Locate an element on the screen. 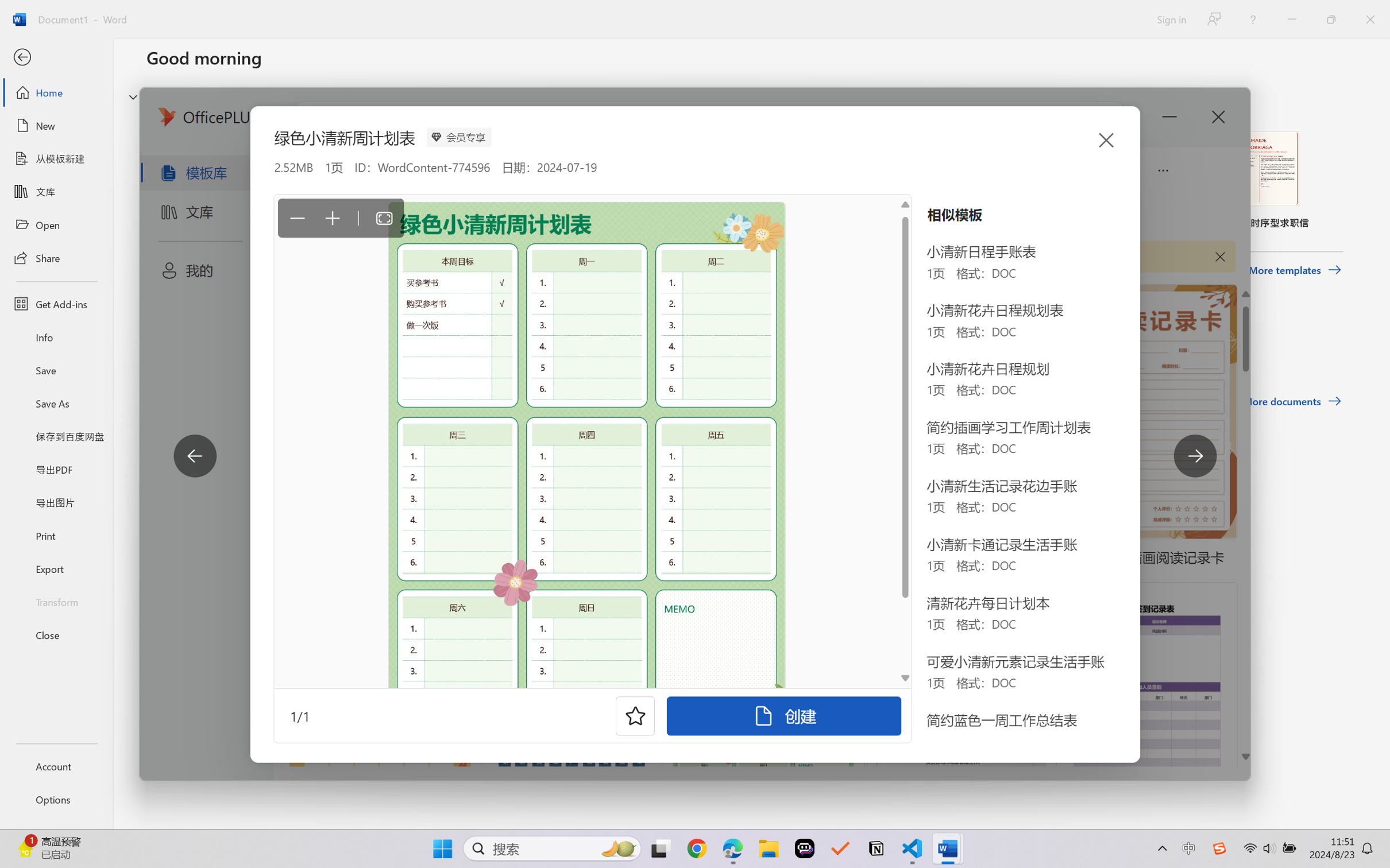 Image resolution: width=1390 pixels, height=868 pixels. 'Sign in' is located at coordinates (1170, 19).